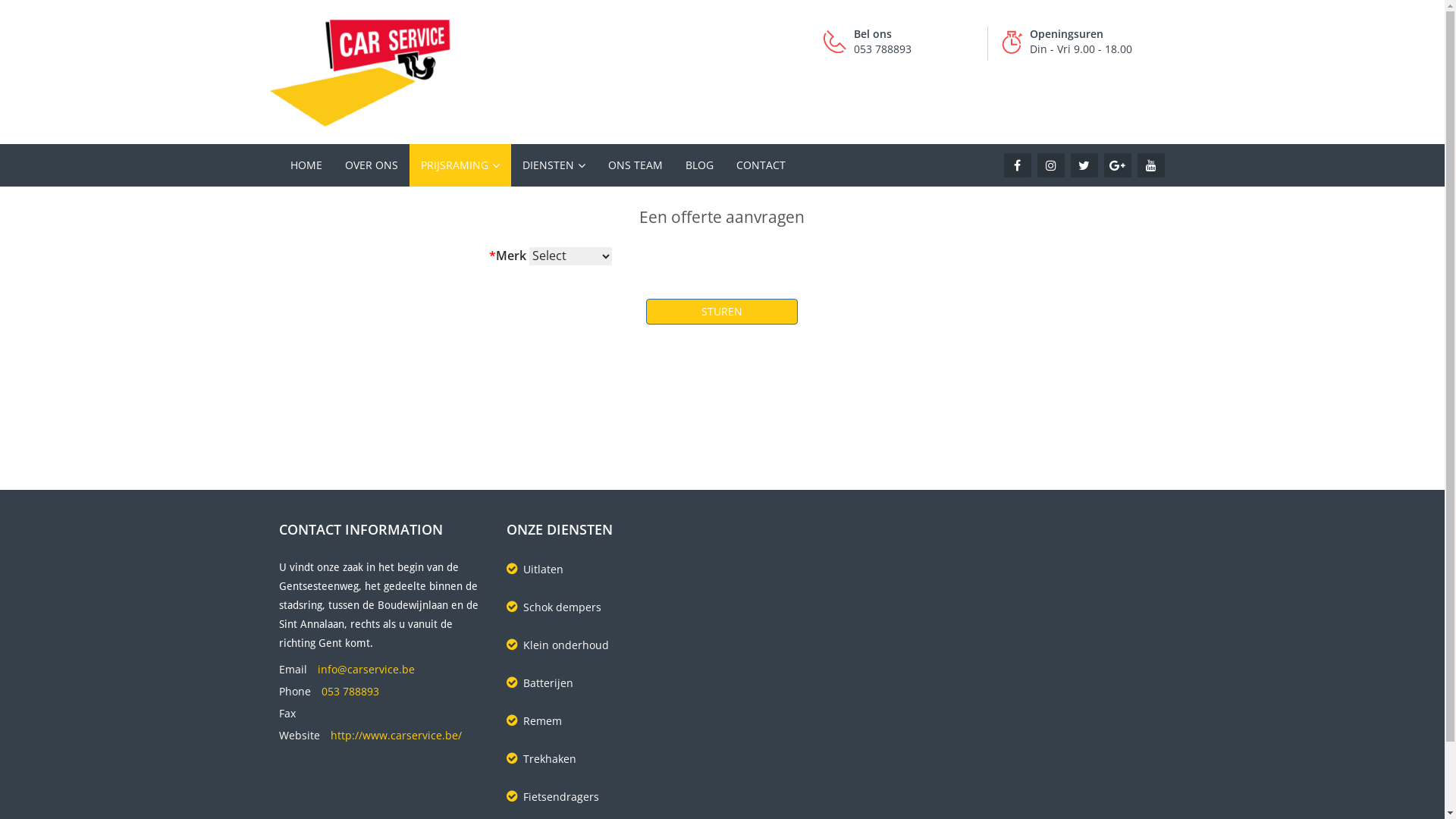 Image resolution: width=1456 pixels, height=819 pixels. I want to click on 'OVER ONS', so click(371, 165).